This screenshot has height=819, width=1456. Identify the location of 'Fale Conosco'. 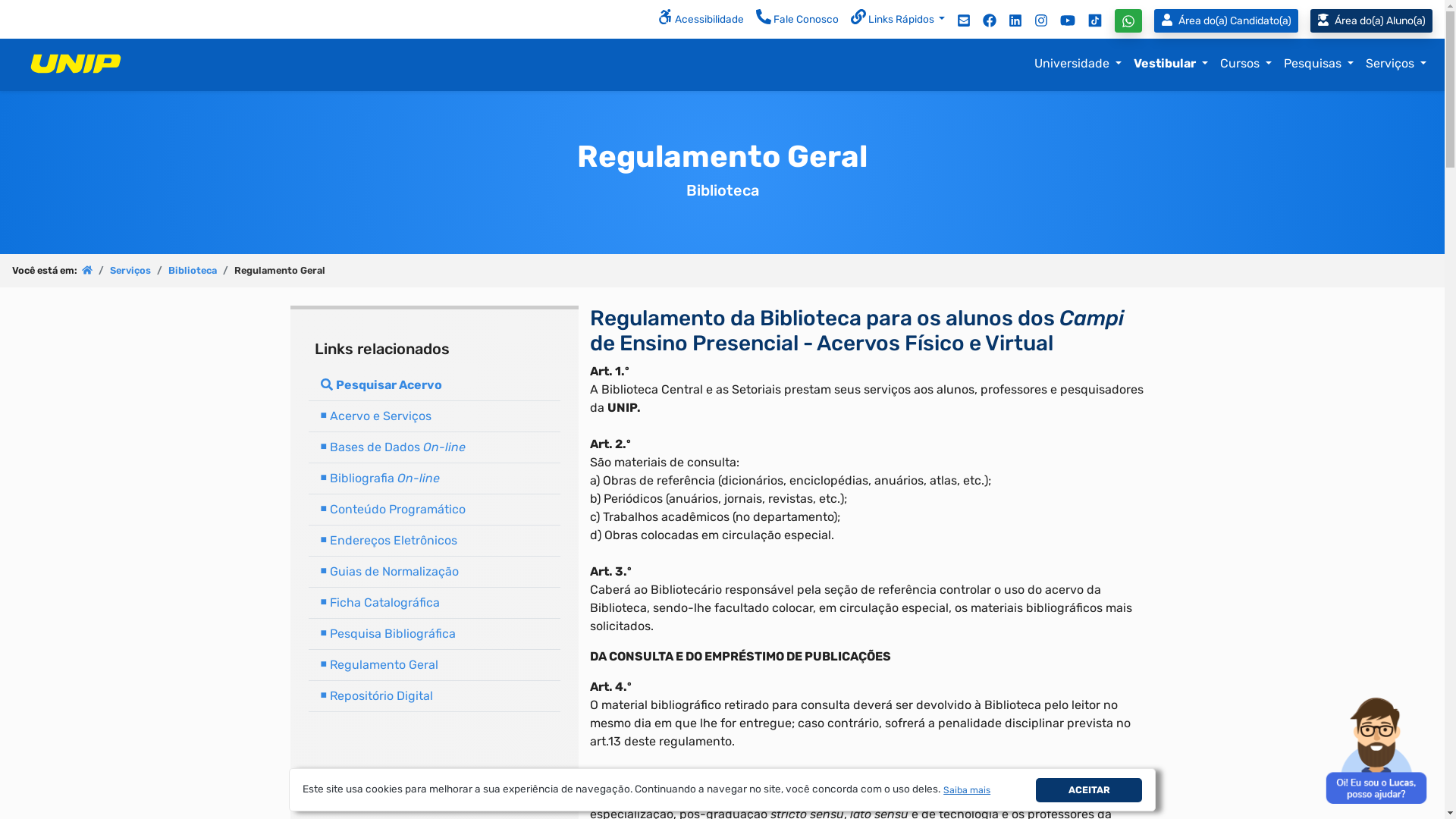
(796, 20).